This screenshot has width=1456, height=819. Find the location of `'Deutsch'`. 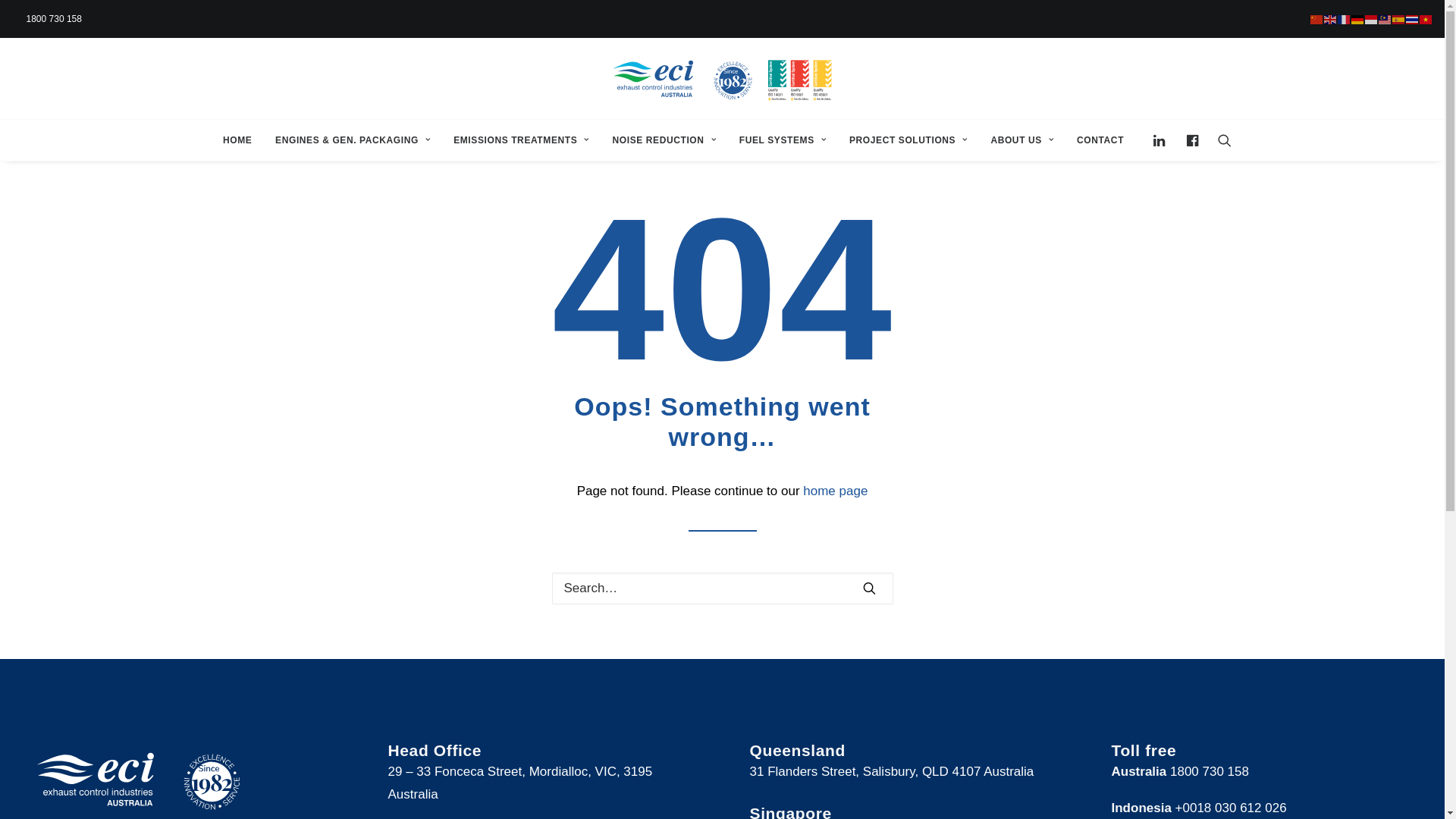

'Deutsch' is located at coordinates (1357, 18).